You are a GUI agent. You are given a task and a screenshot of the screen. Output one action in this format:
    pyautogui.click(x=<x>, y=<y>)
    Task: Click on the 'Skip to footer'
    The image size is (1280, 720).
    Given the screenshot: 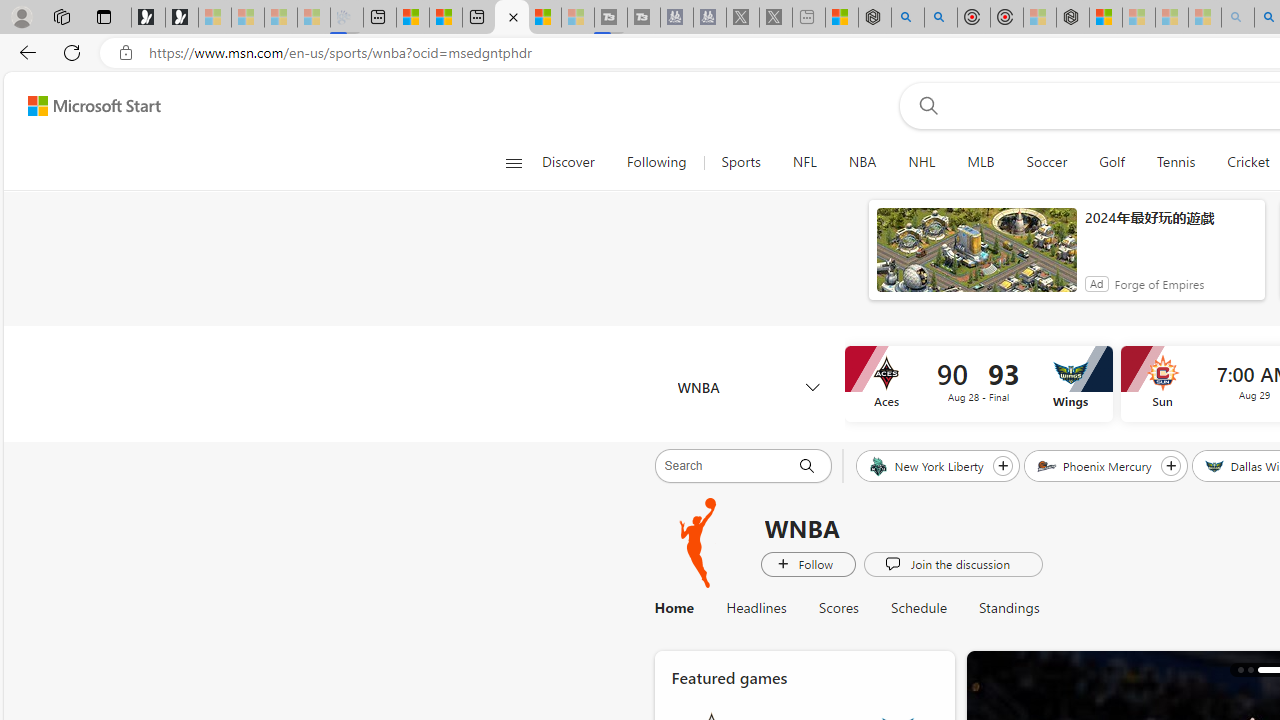 What is the action you would take?
    pyautogui.click(x=81, y=105)
    